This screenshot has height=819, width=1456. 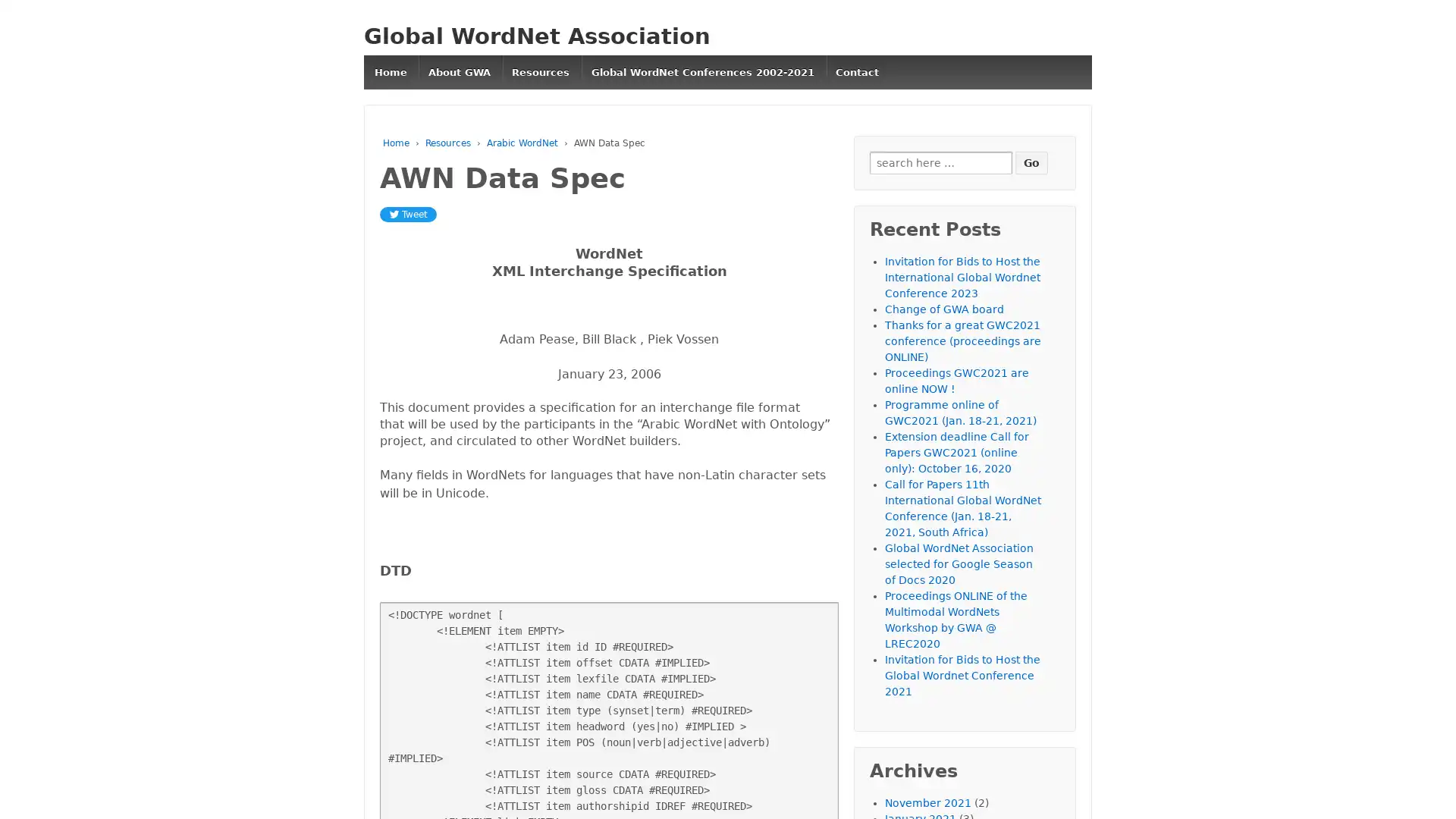 I want to click on Go, so click(x=1031, y=162).